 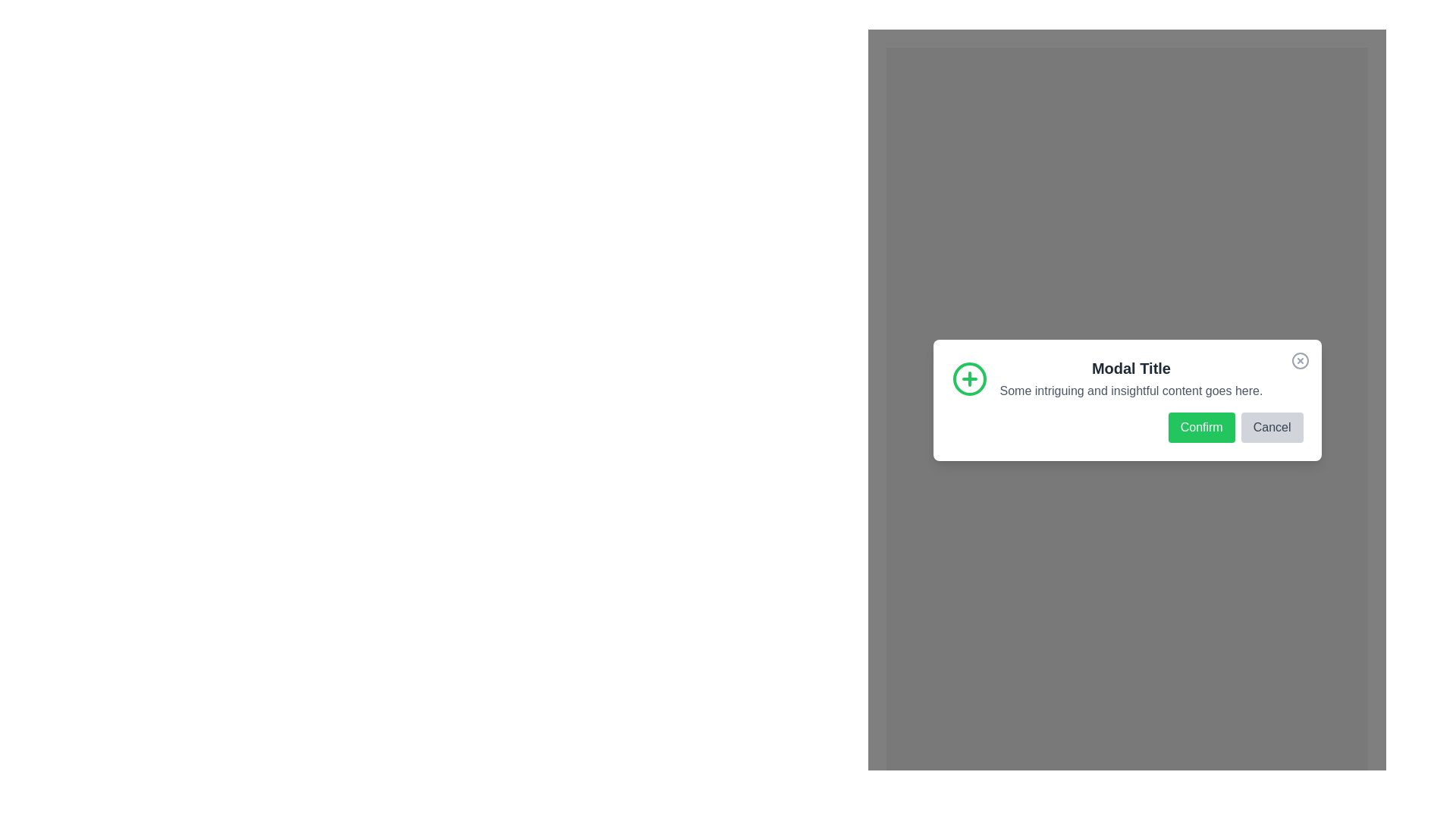 I want to click on the 'Cancel' button, which is part of the button group located at the bottom-right section of the modal window, styled in gray and adjacent to the green 'Confirm' button, so click(x=1127, y=427).